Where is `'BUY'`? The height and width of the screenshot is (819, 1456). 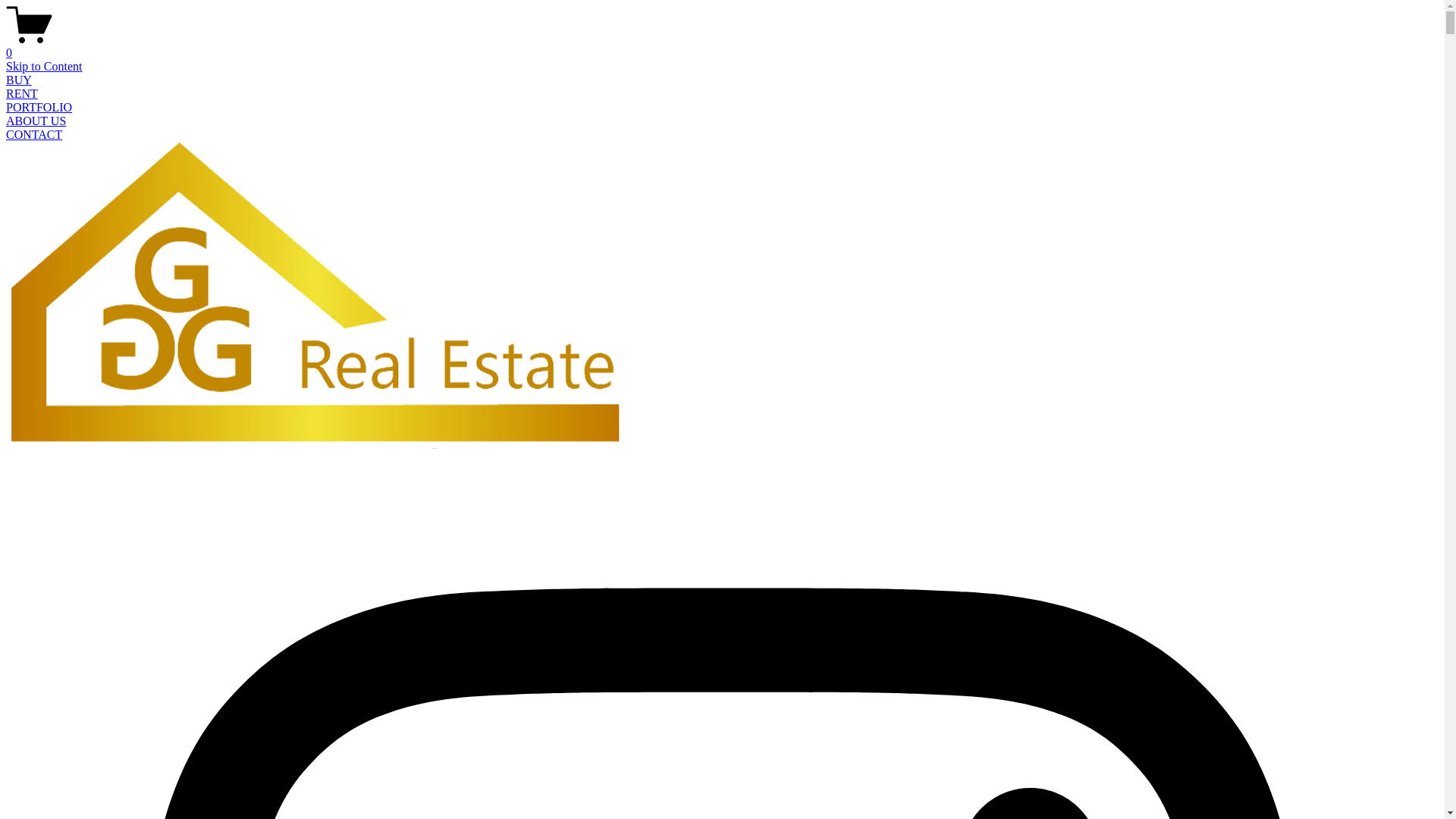 'BUY' is located at coordinates (18, 80).